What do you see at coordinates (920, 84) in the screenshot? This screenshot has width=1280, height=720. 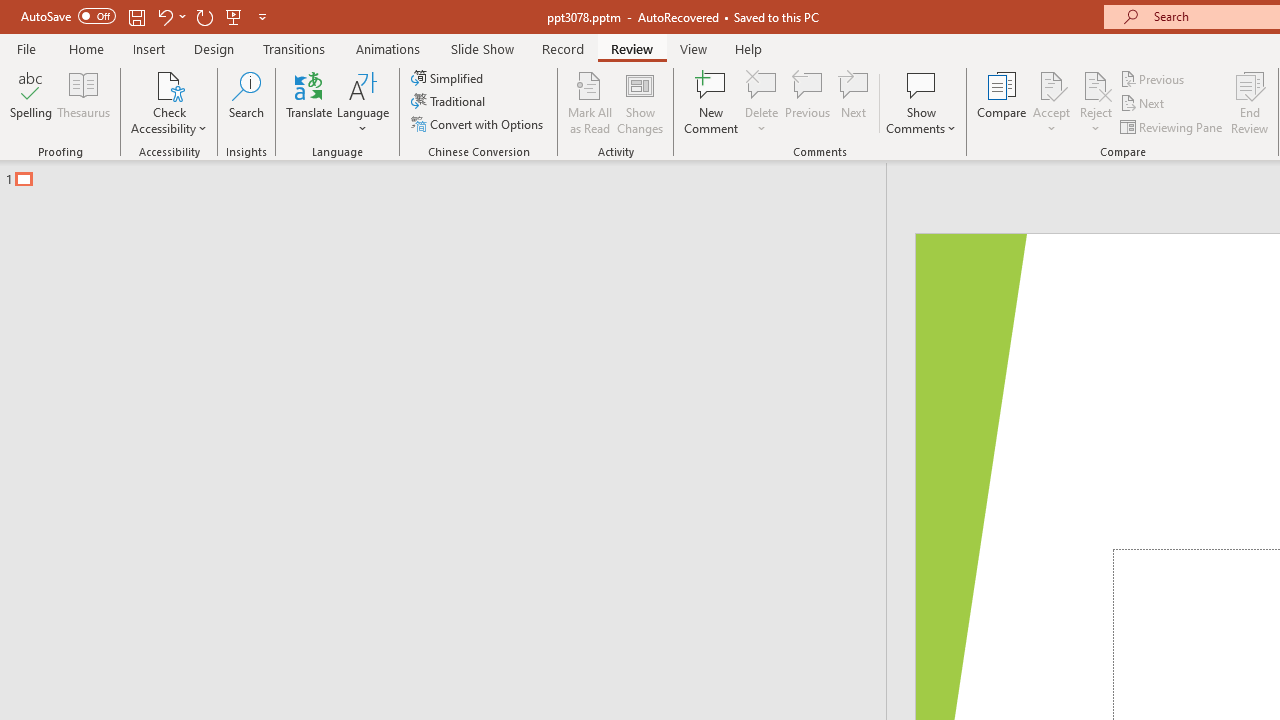 I see `'Show Comments'` at bounding box center [920, 84].